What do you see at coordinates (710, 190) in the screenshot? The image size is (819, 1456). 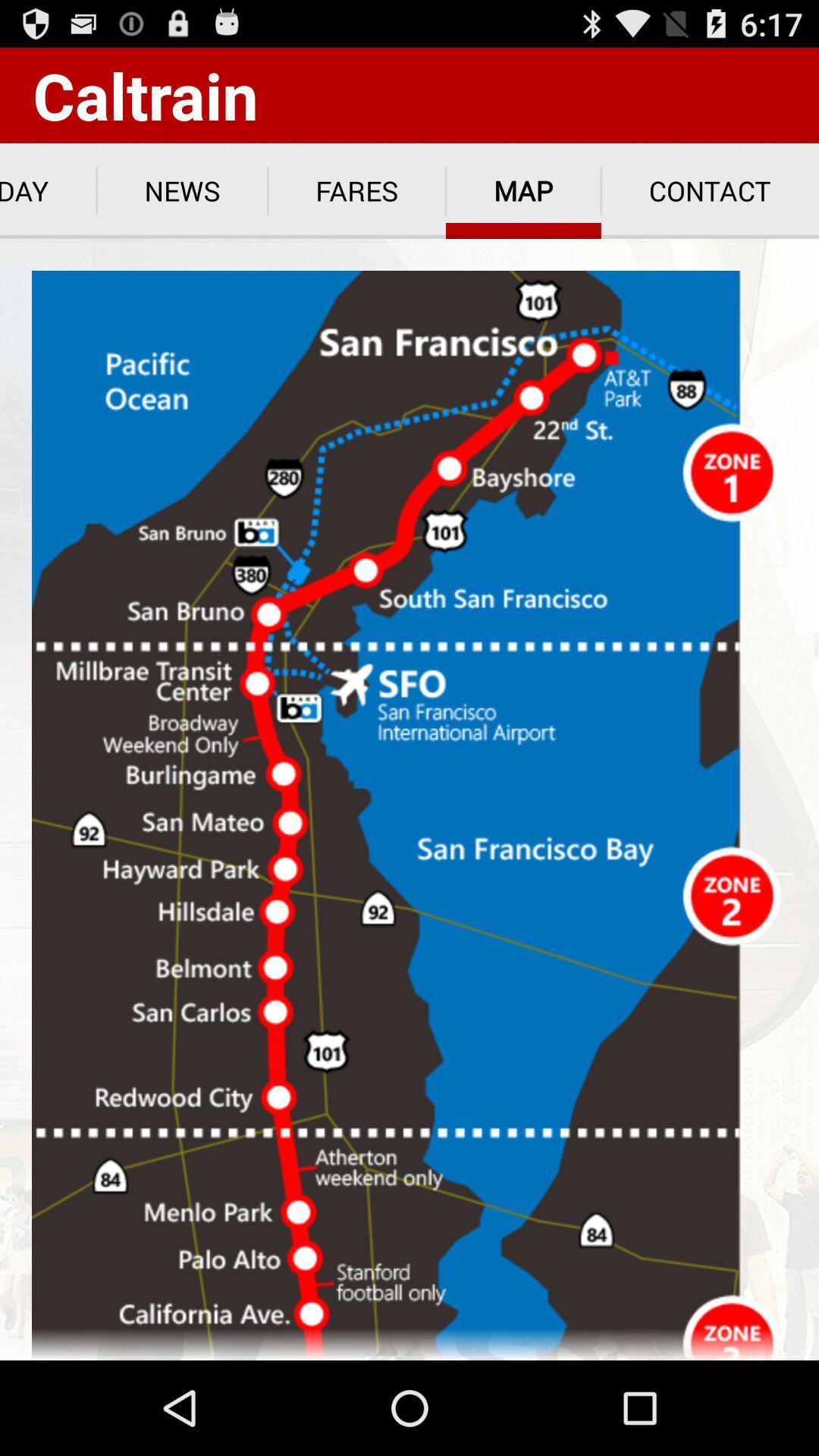 I see `the contact` at bounding box center [710, 190].